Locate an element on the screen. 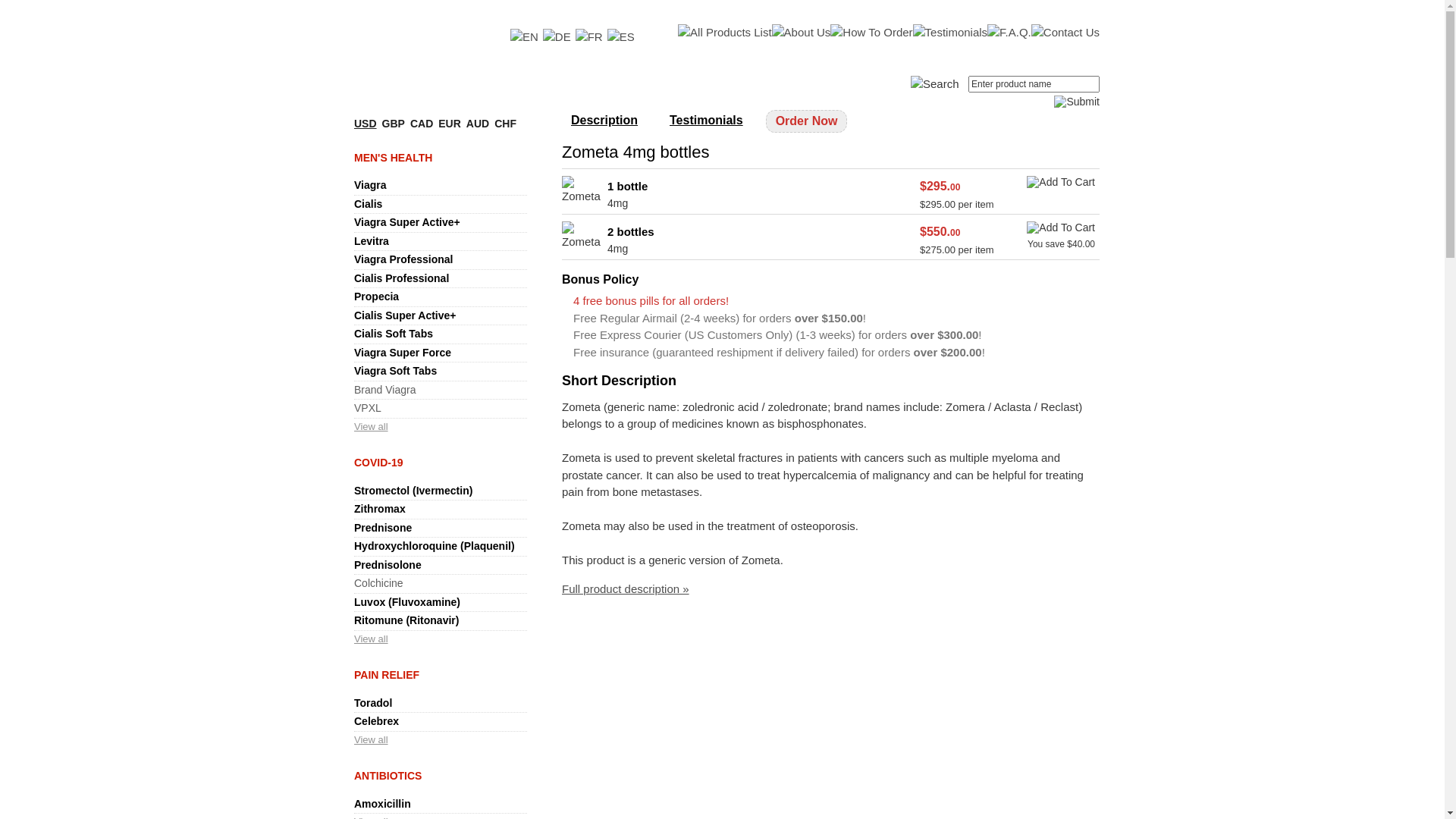 The width and height of the screenshot is (1456, 819). 'EUR' is located at coordinates (449, 122).